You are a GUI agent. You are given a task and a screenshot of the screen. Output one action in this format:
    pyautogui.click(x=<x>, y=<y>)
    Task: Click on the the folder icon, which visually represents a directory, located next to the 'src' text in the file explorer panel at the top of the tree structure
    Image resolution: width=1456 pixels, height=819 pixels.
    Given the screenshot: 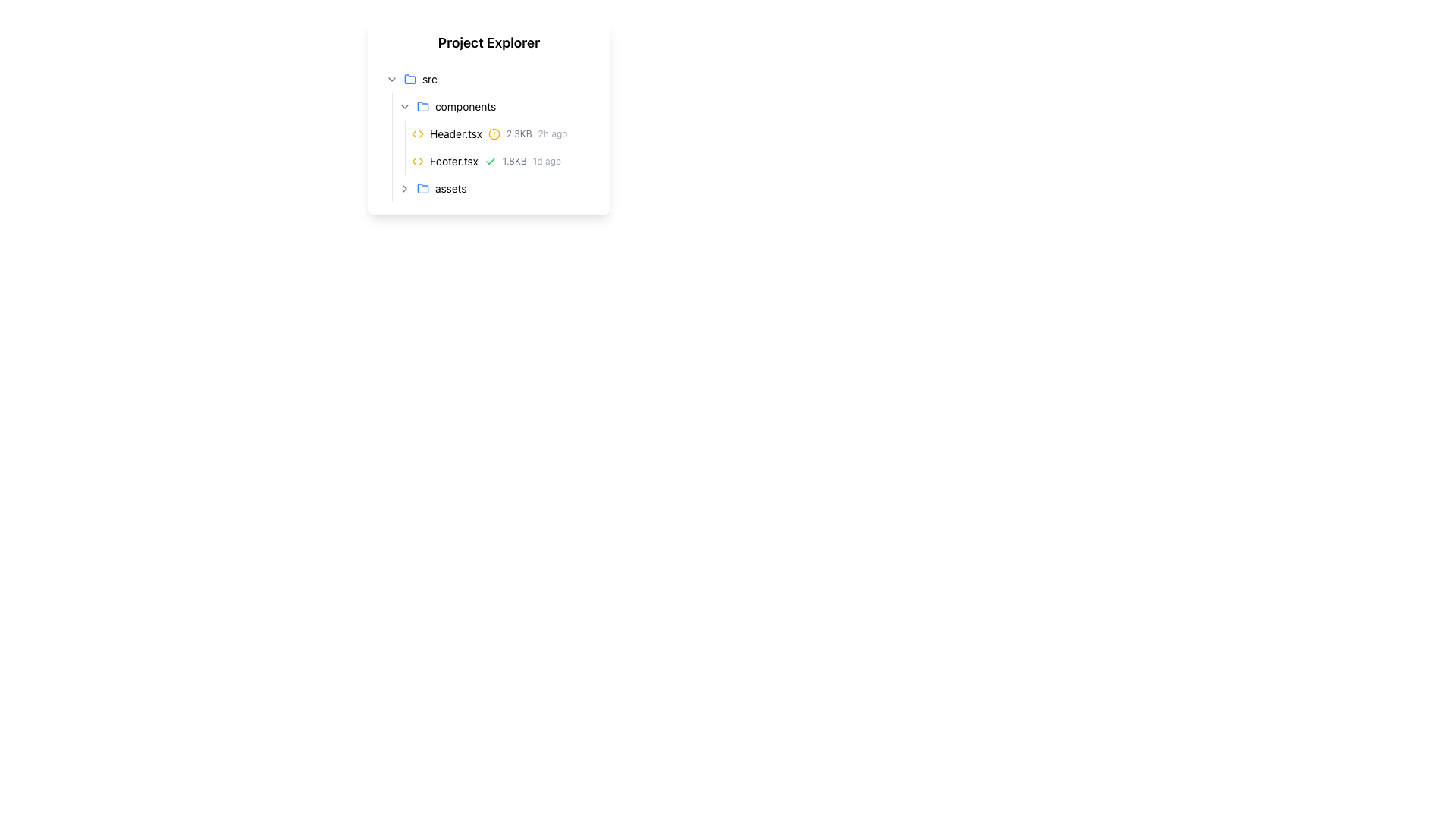 What is the action you would take?
    pyautogui.click(x=410, y=79)
    